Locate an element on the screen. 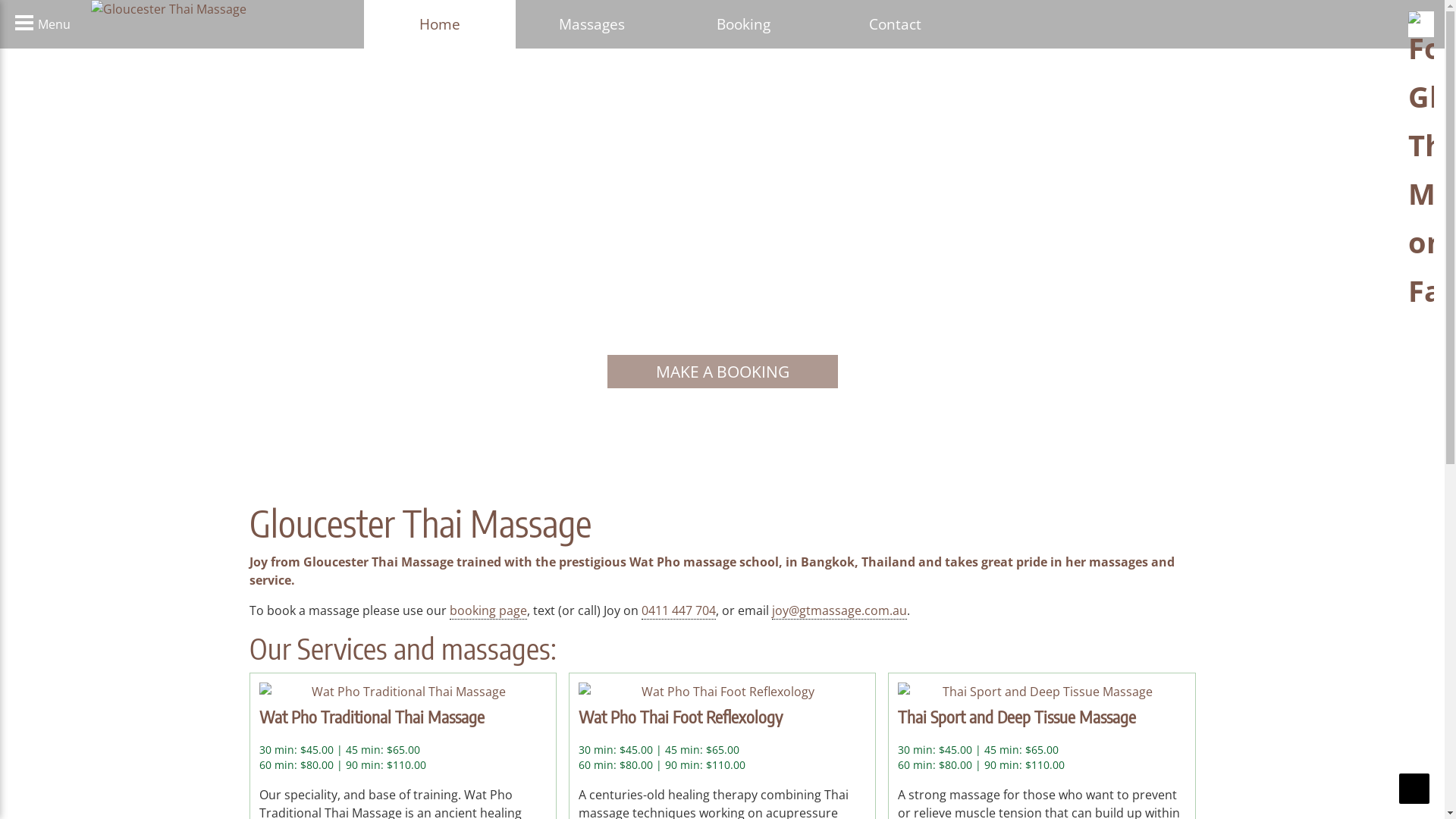 The width and height of the screenshot is (1456, 819). 'Wat Pho Traditional Thai Massage' is located at coordinates (403, 691).